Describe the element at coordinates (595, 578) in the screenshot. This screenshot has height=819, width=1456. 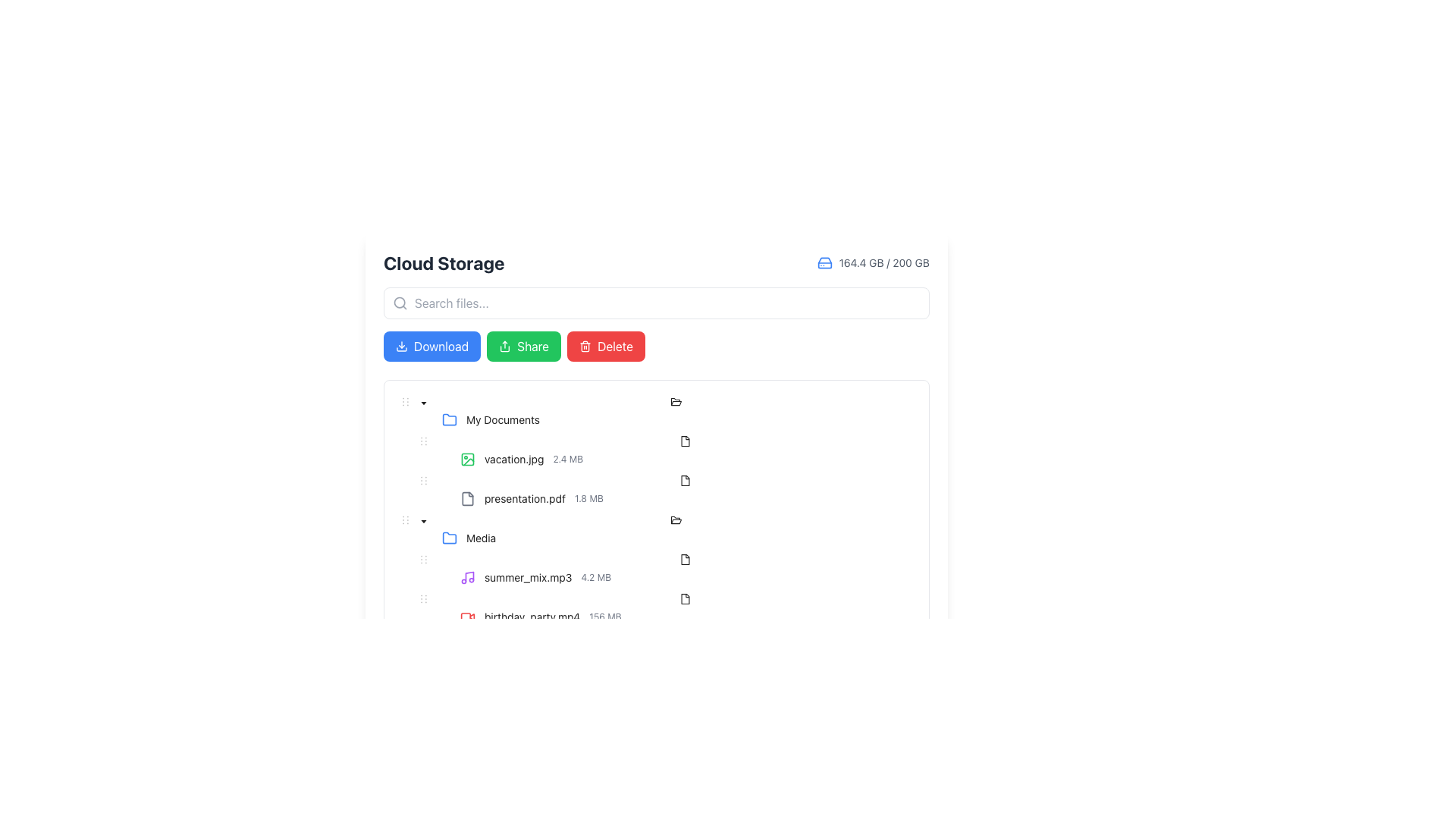
I see `the label indicating the file size of the music file 'summer_mix.mp3', located to the right of the file name in the UI` at that location.